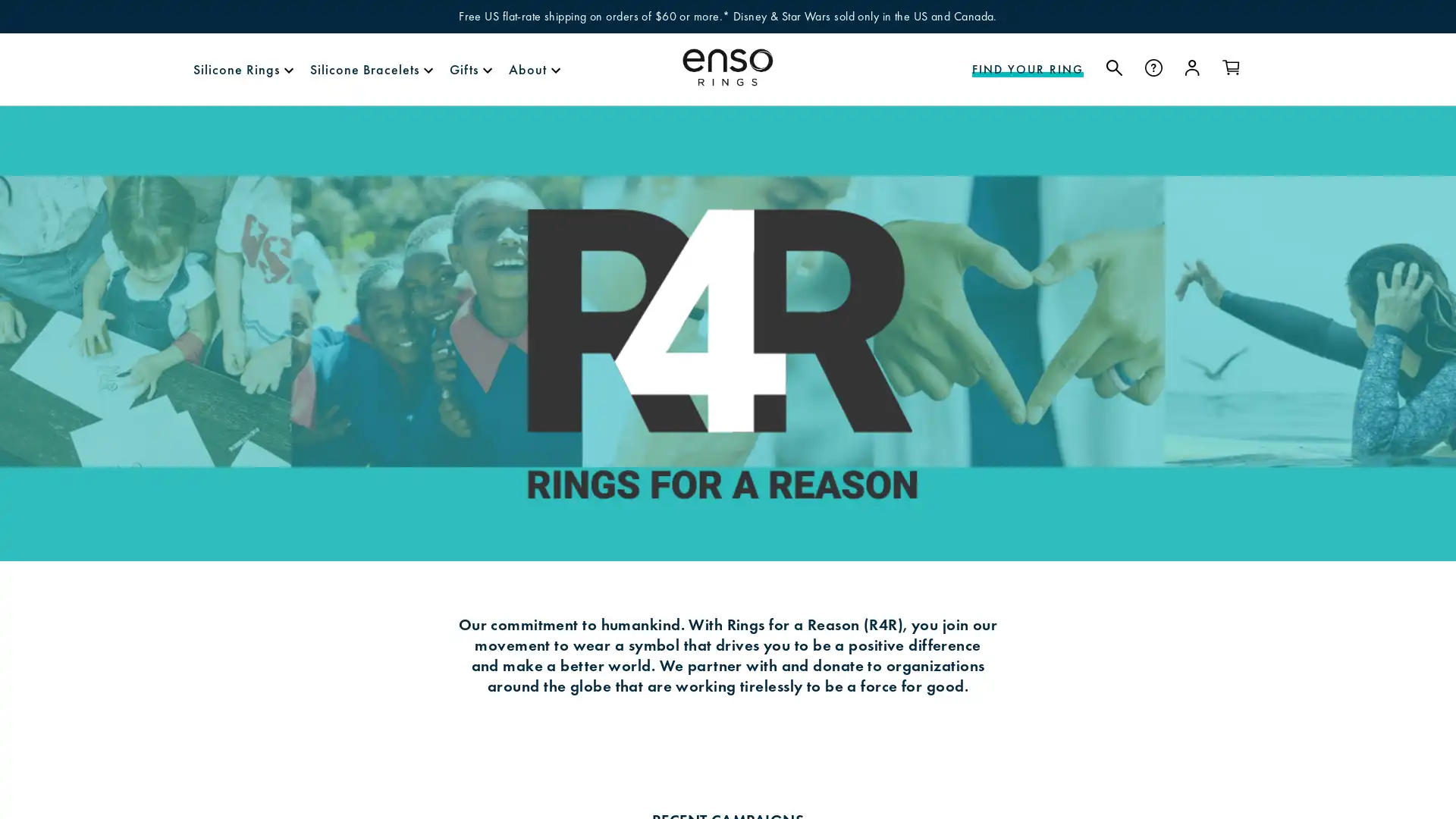 The image size is (1456, 819). Describe the element at coordinates (1114, 67) in the screenshot. I see `Search` at that location.